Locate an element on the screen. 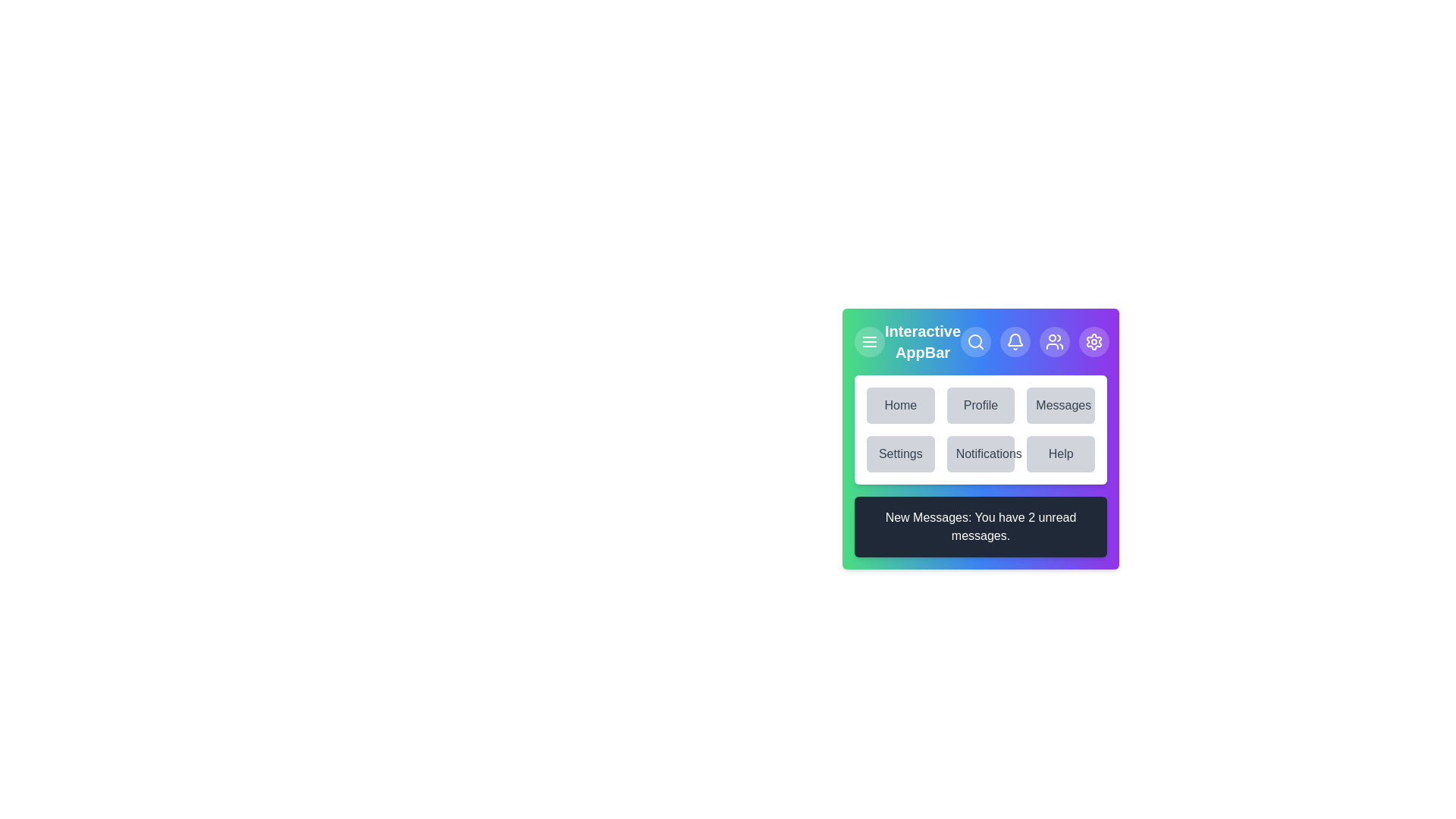  the menu item labeled Home to navigate is located at coordinates (900, 405).